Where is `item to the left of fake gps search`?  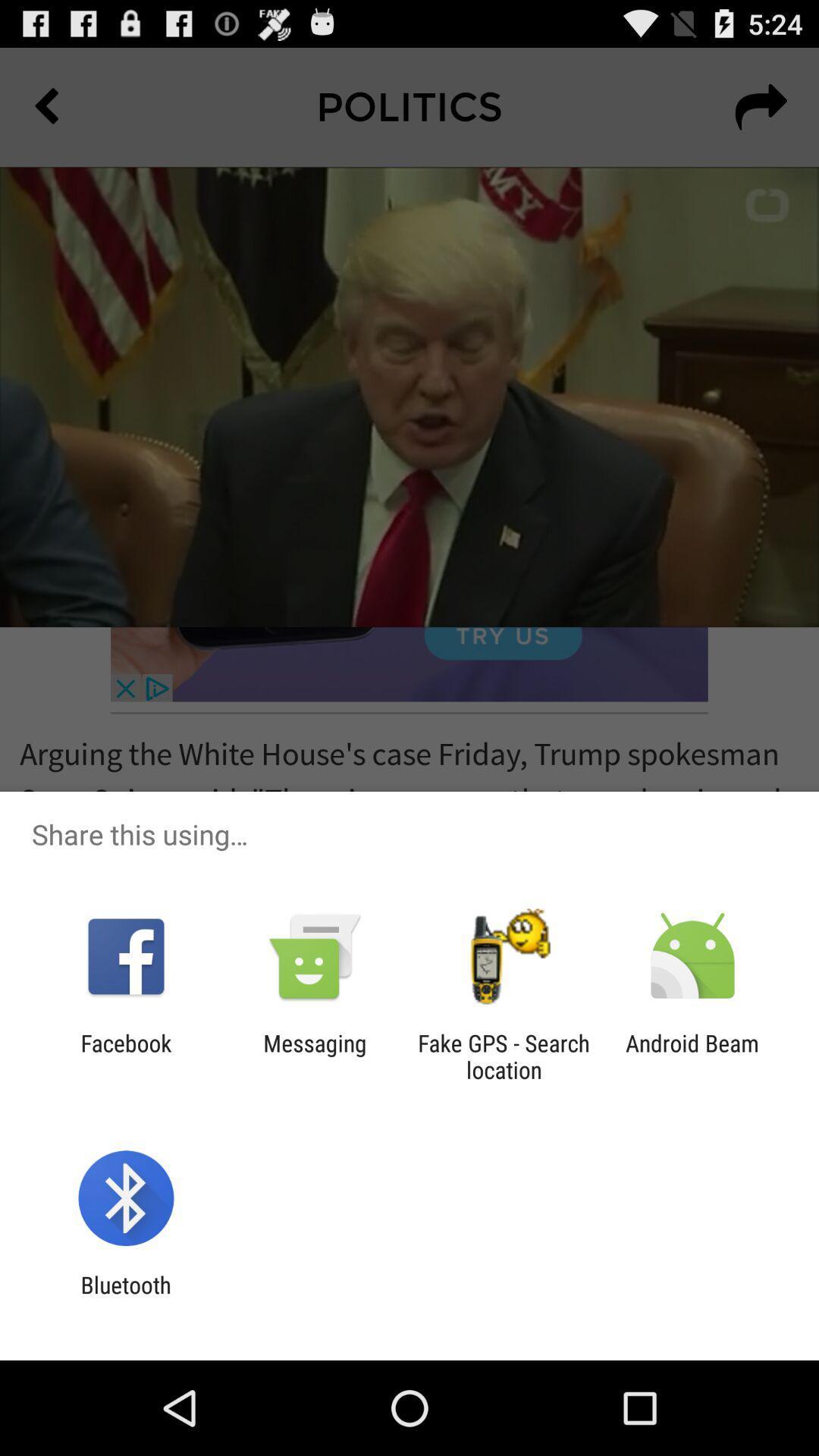
item to the left of fake gps search is located at coordinates (314, 1056).